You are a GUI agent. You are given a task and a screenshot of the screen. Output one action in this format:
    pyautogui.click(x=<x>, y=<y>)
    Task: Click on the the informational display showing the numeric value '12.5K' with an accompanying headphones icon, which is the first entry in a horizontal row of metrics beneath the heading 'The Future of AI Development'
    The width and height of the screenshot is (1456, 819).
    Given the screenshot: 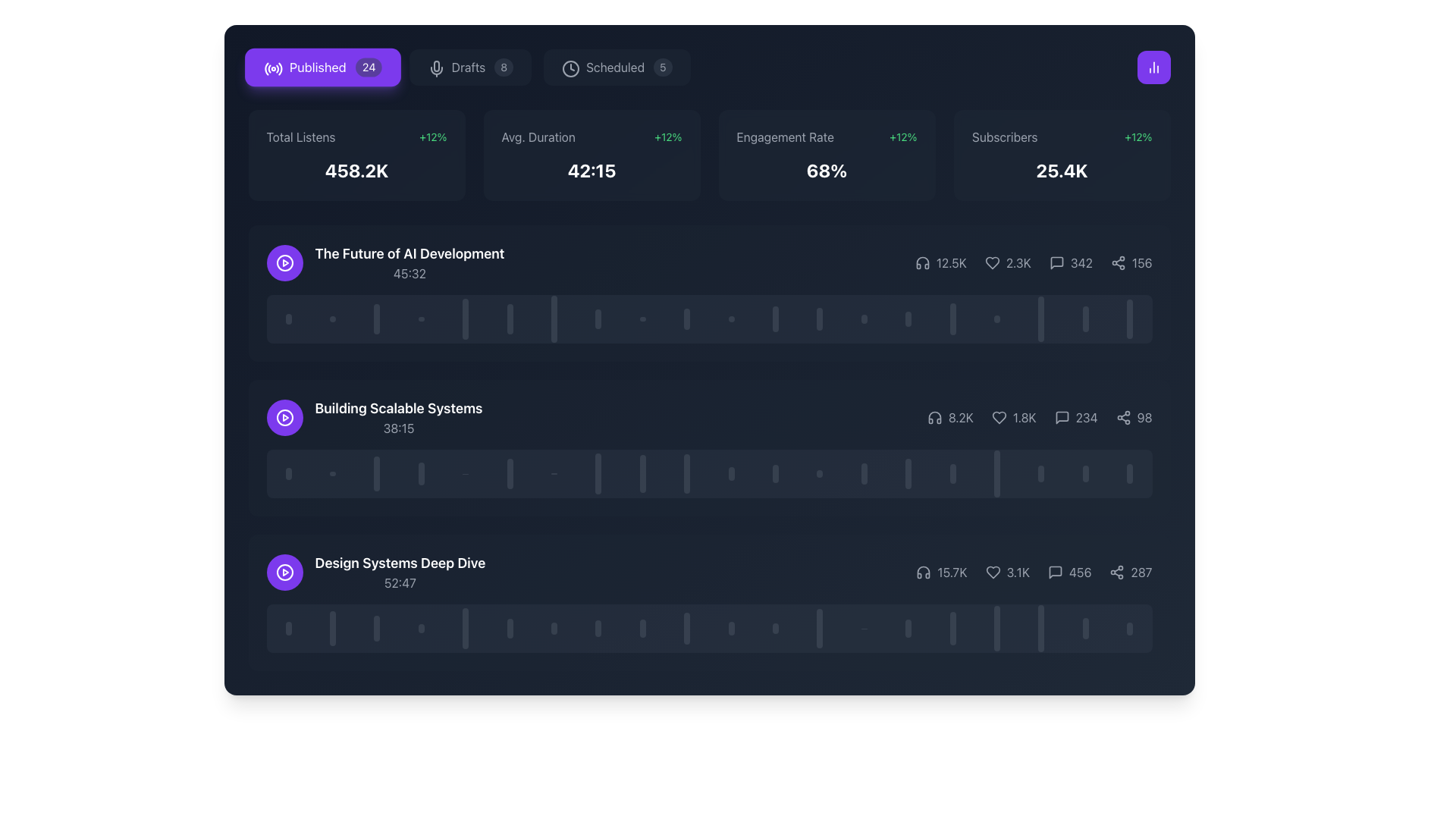 What is the action you would take?
    pyautogui.click(x=940, y=262)
    